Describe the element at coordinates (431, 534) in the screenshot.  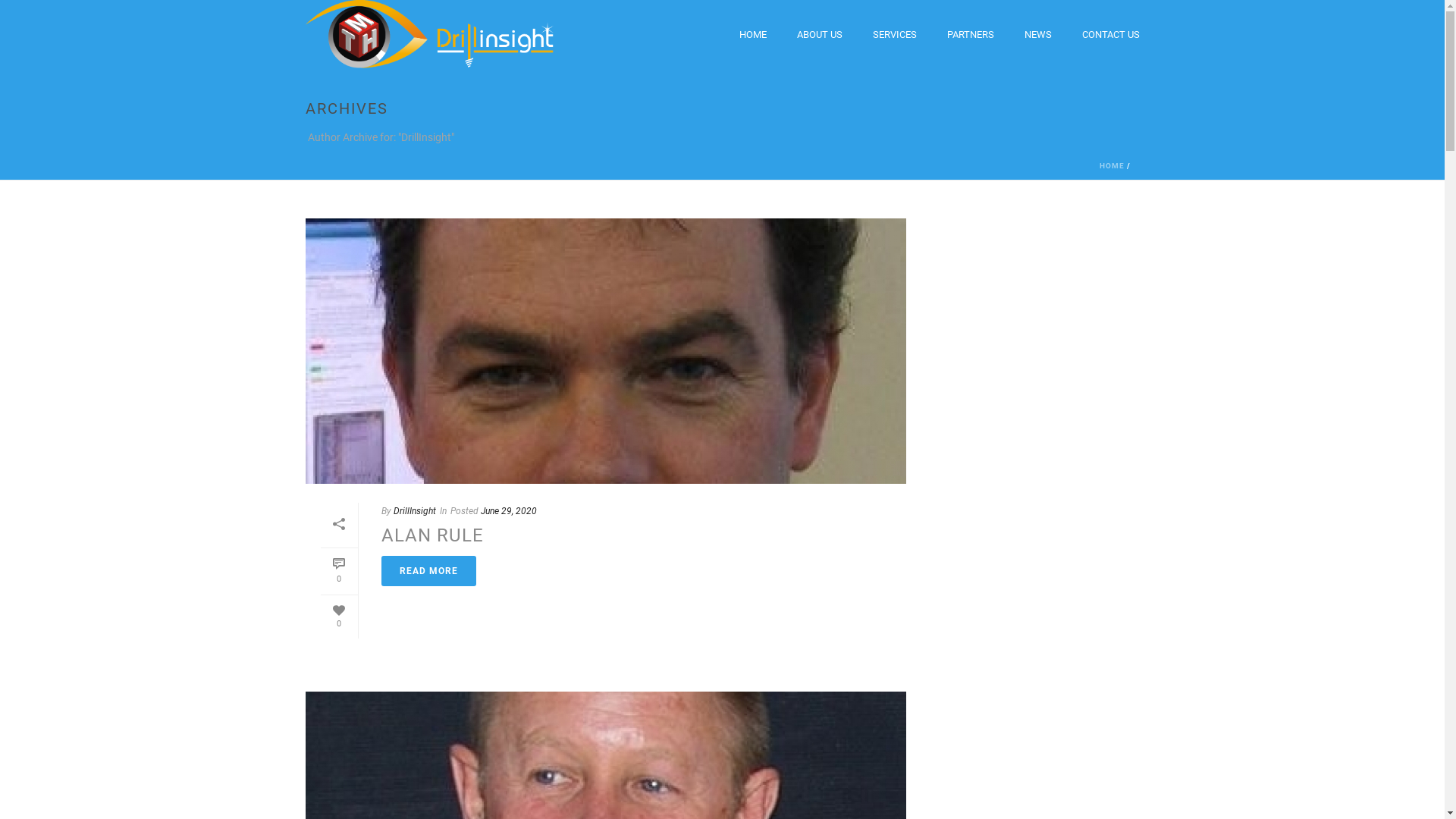
I see `'ALAN RULE'` at that location.